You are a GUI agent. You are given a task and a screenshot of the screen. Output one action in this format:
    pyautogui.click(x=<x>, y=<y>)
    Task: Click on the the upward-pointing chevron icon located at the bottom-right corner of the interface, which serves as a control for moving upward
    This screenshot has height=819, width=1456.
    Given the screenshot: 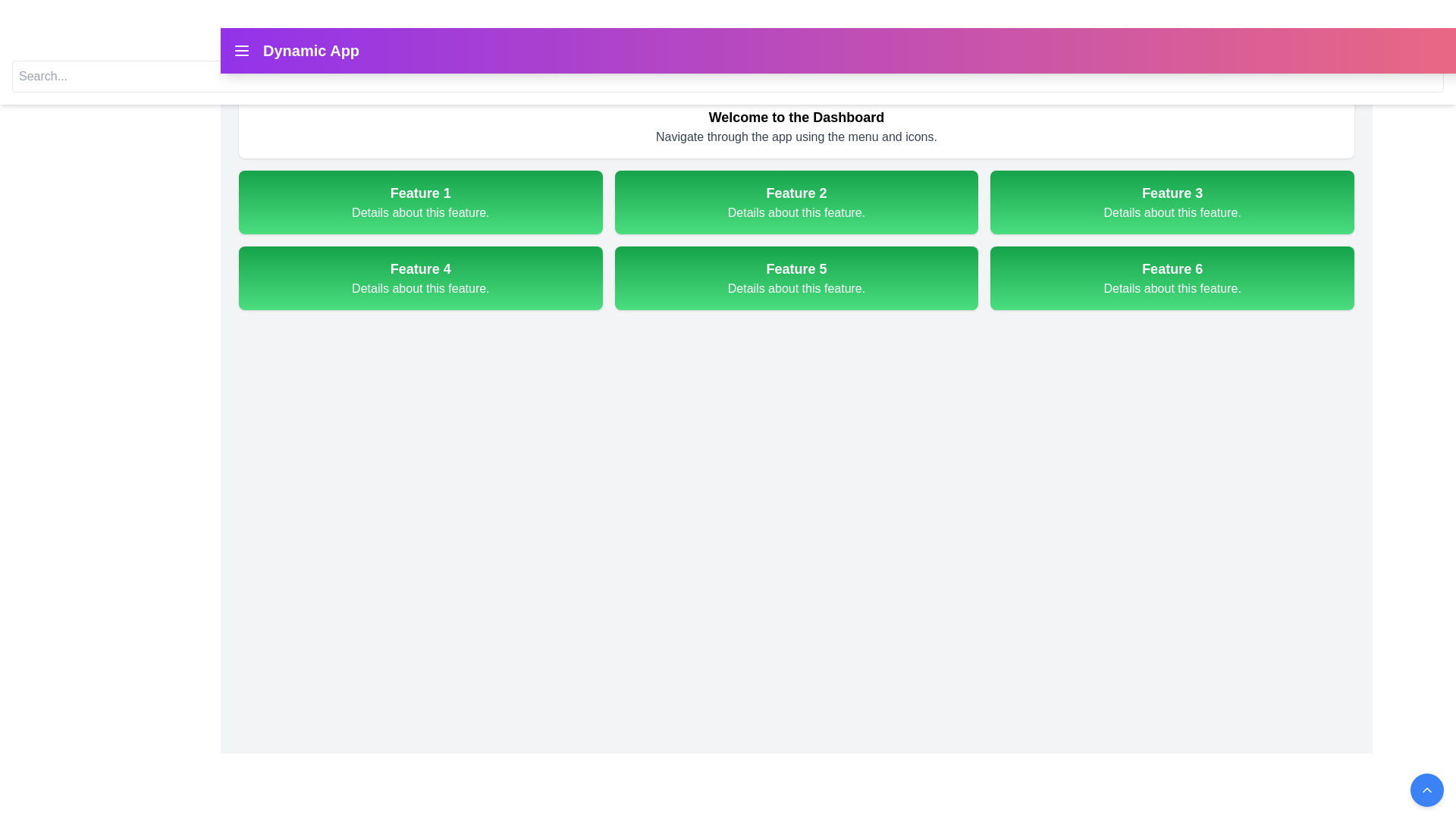 What is the action you would take?
    pyautogui.click(x=1426, y=789)
    